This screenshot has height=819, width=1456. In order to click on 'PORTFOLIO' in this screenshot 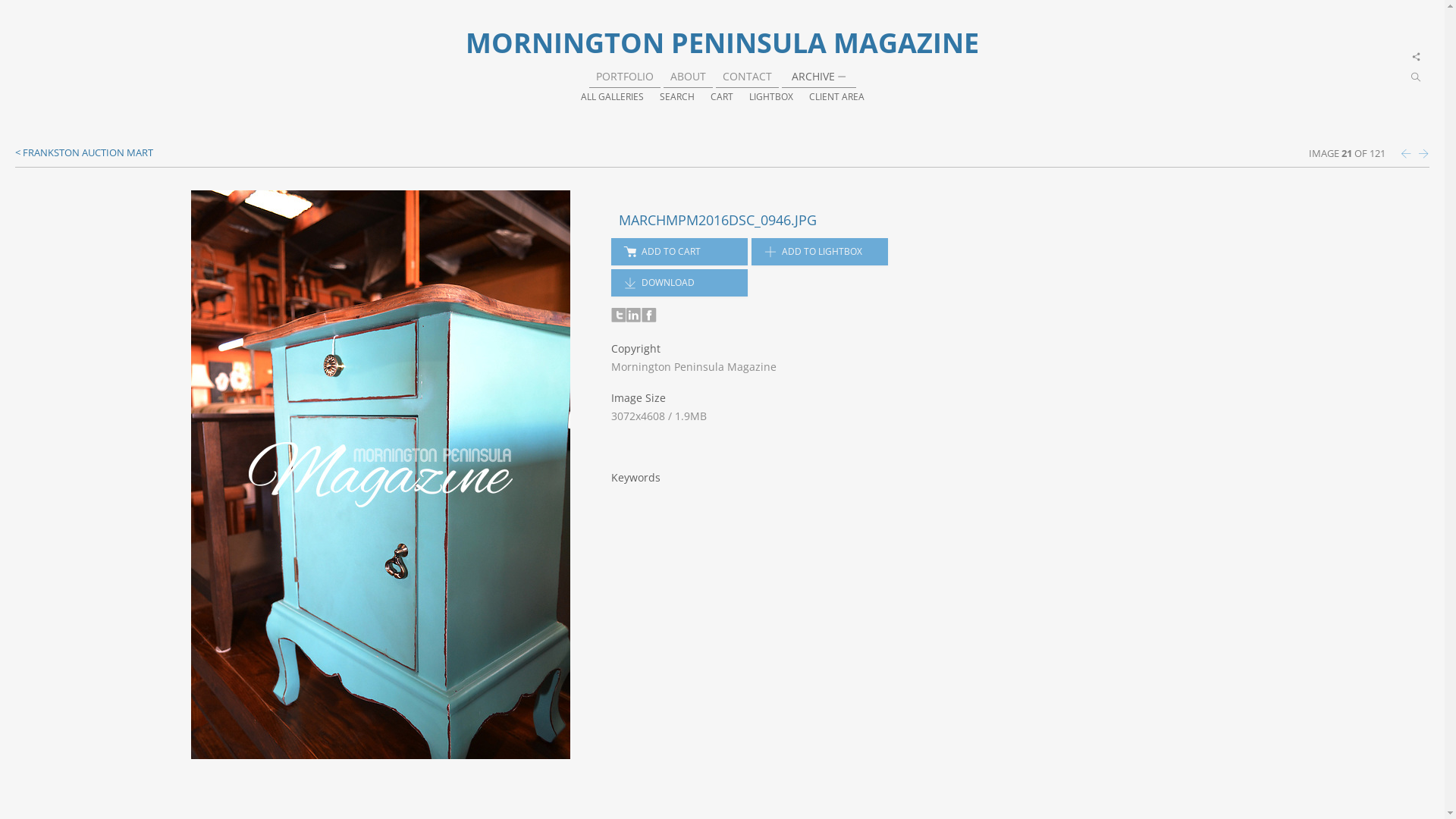, I will do `click(625, 76)`.